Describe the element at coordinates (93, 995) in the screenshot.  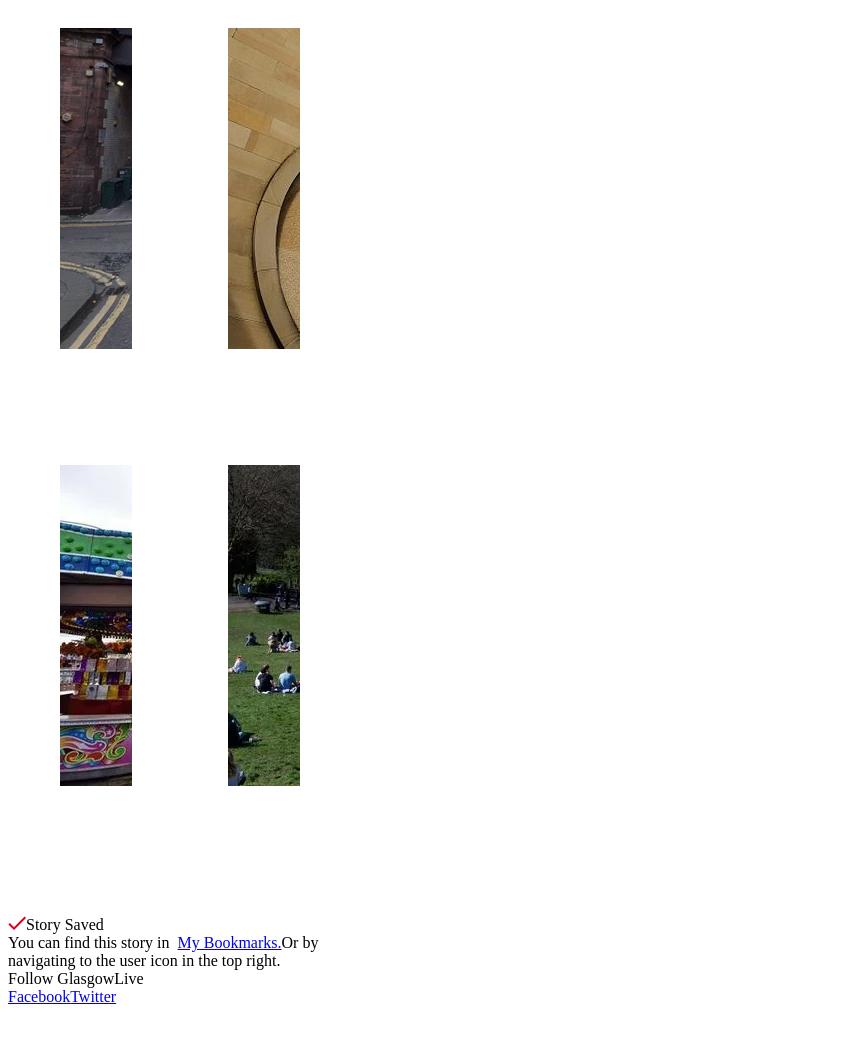
I see `'Twitter'` at that location.